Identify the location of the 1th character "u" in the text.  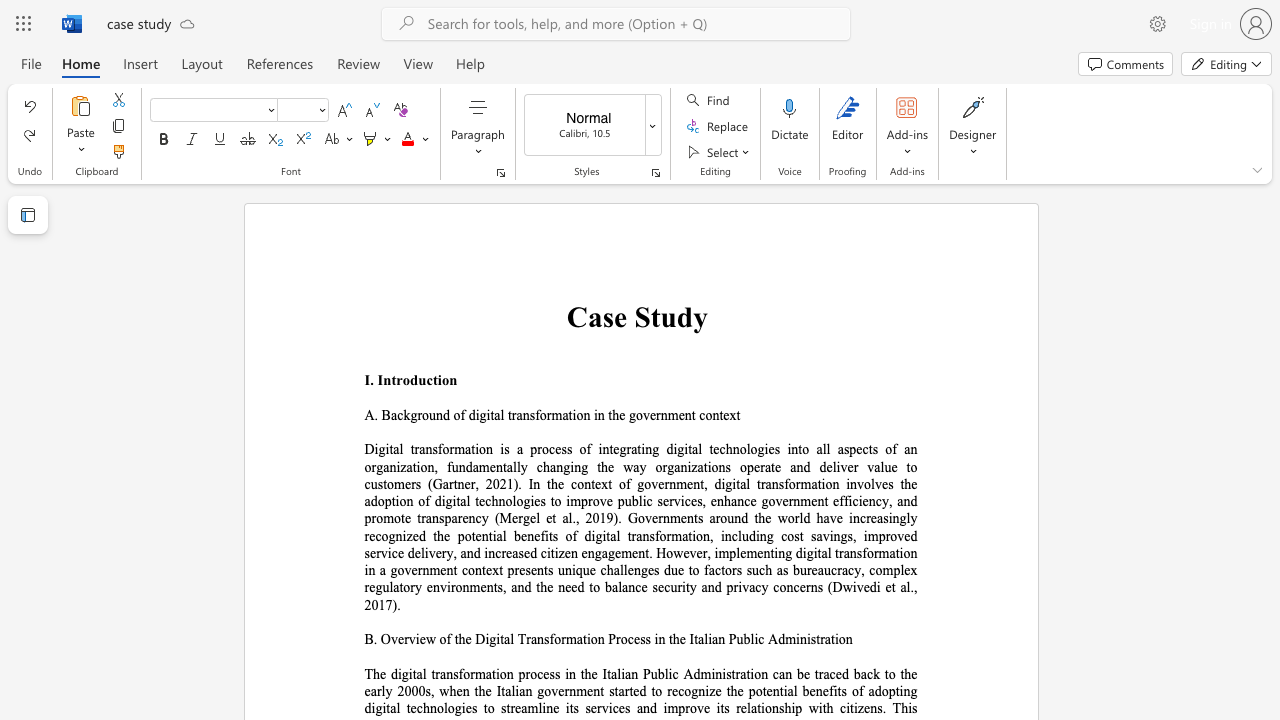
(421, 380).